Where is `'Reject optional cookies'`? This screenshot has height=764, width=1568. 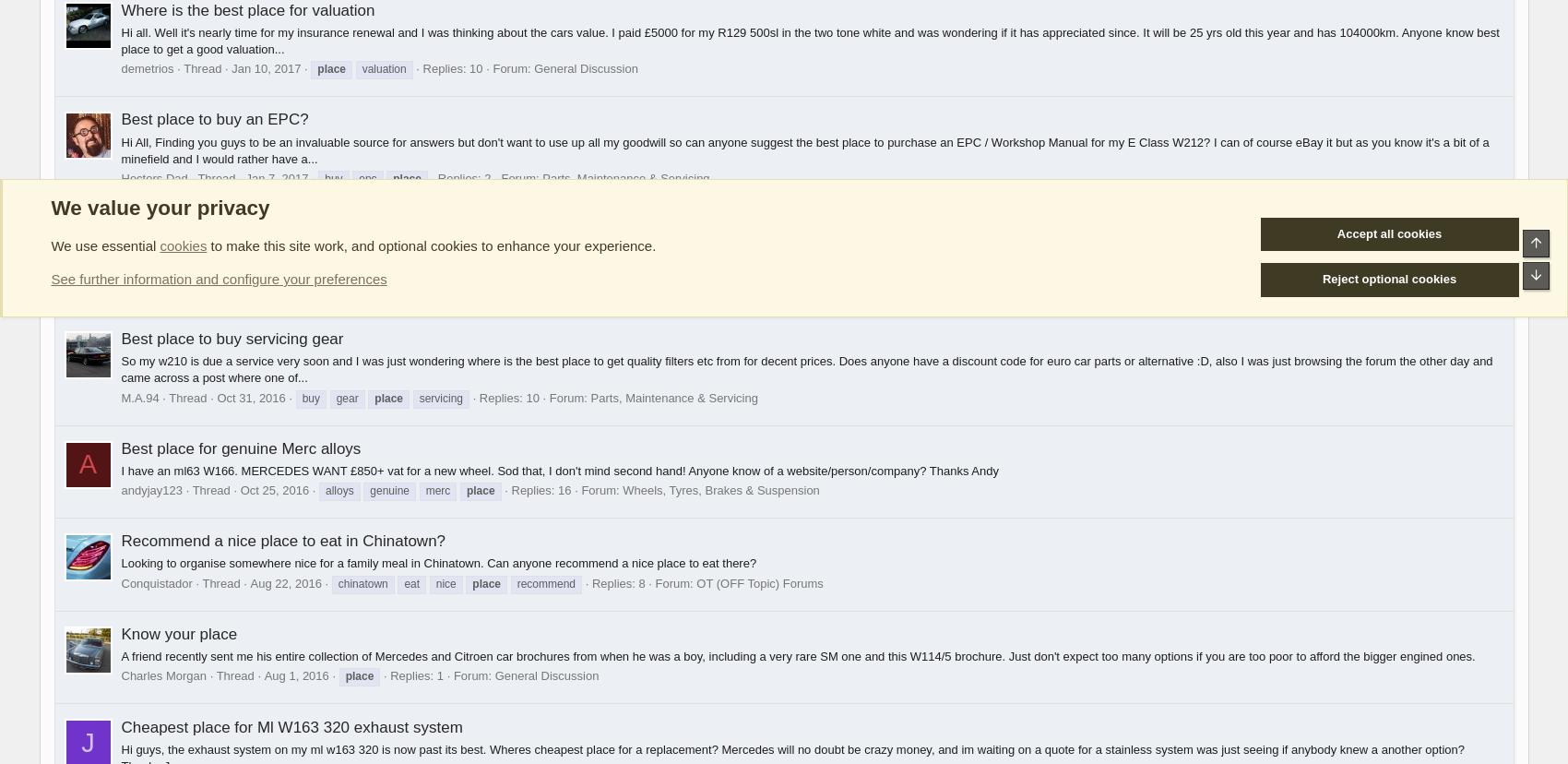 'Reject optional cookies' is located at coordinates (1389, 279).